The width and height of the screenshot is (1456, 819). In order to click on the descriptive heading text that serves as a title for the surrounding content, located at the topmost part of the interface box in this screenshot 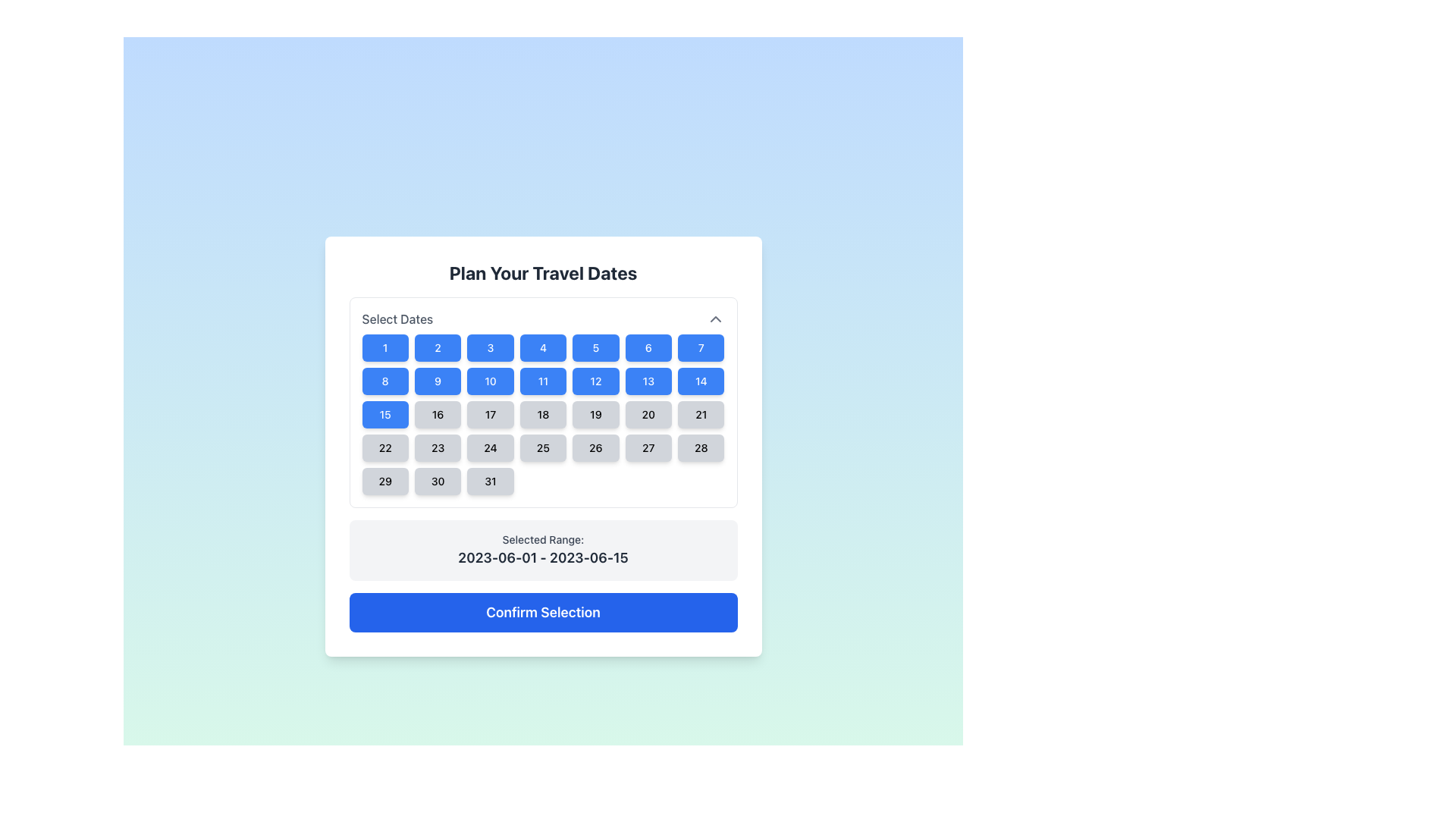, I will do `click(543, 271)`.